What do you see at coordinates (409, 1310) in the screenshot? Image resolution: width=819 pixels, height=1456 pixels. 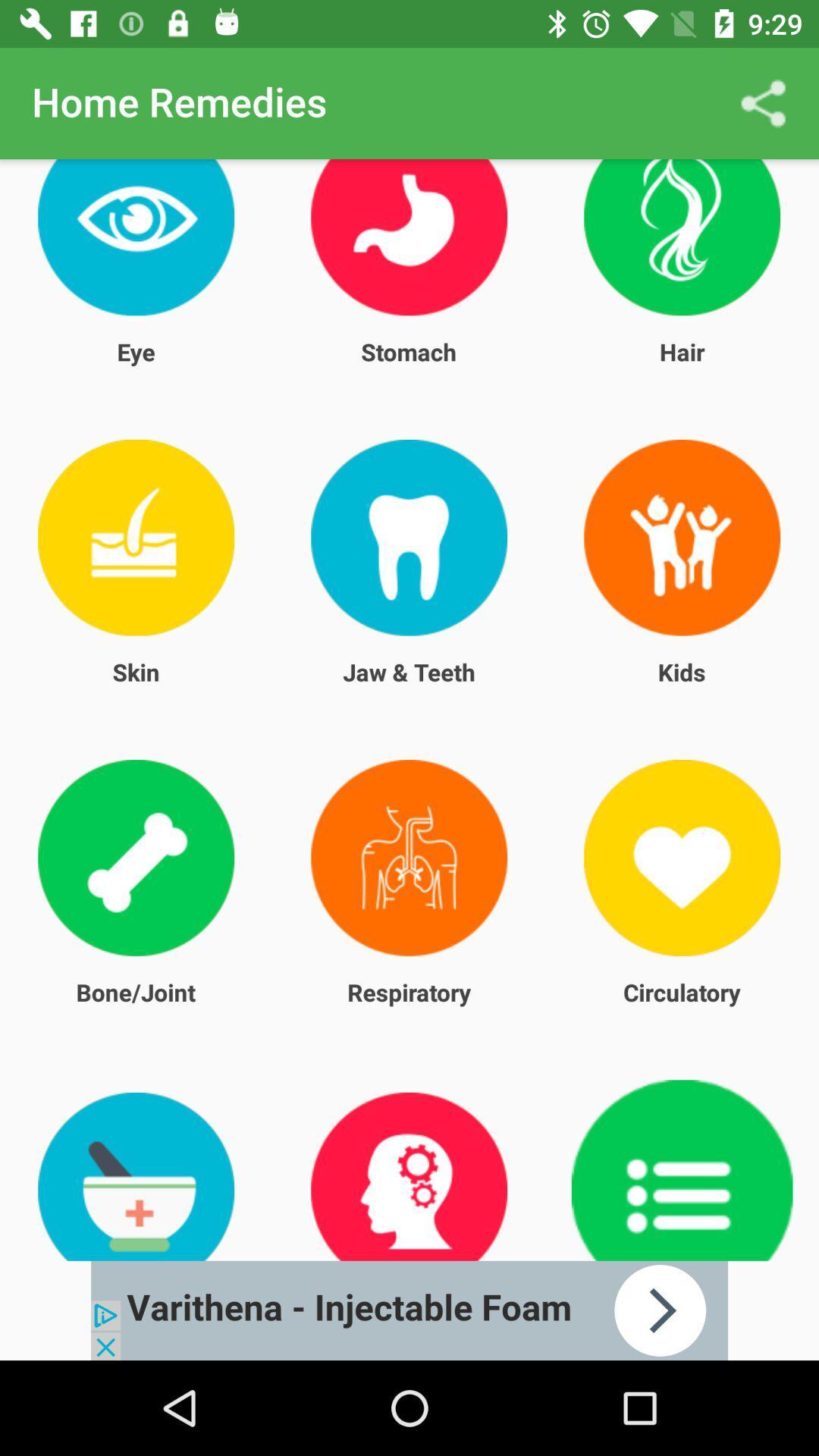 I see `advertisement link` at bounding box center [409, 1310].